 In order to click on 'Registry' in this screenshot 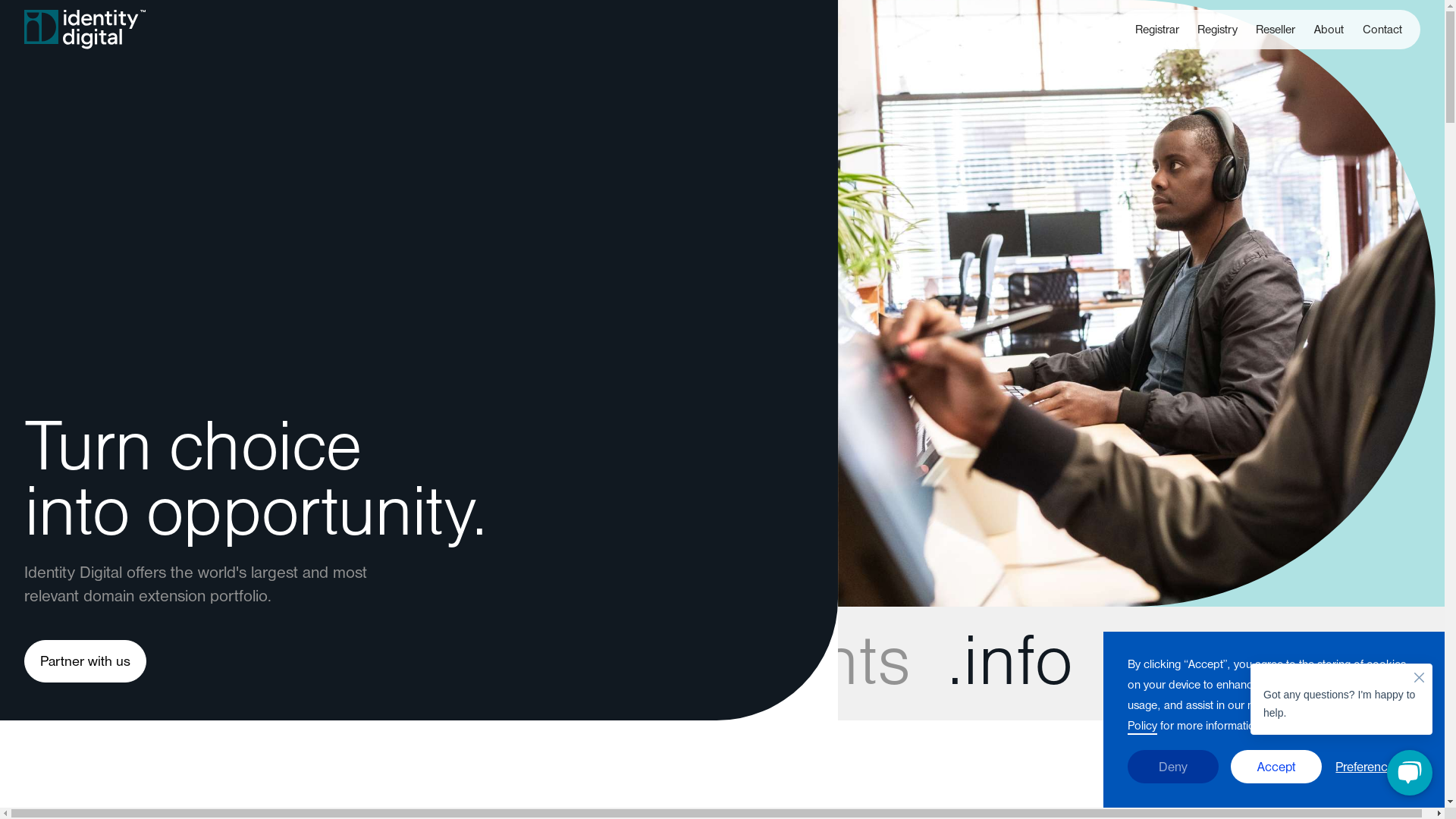, I will do `click(1217, 31)`.